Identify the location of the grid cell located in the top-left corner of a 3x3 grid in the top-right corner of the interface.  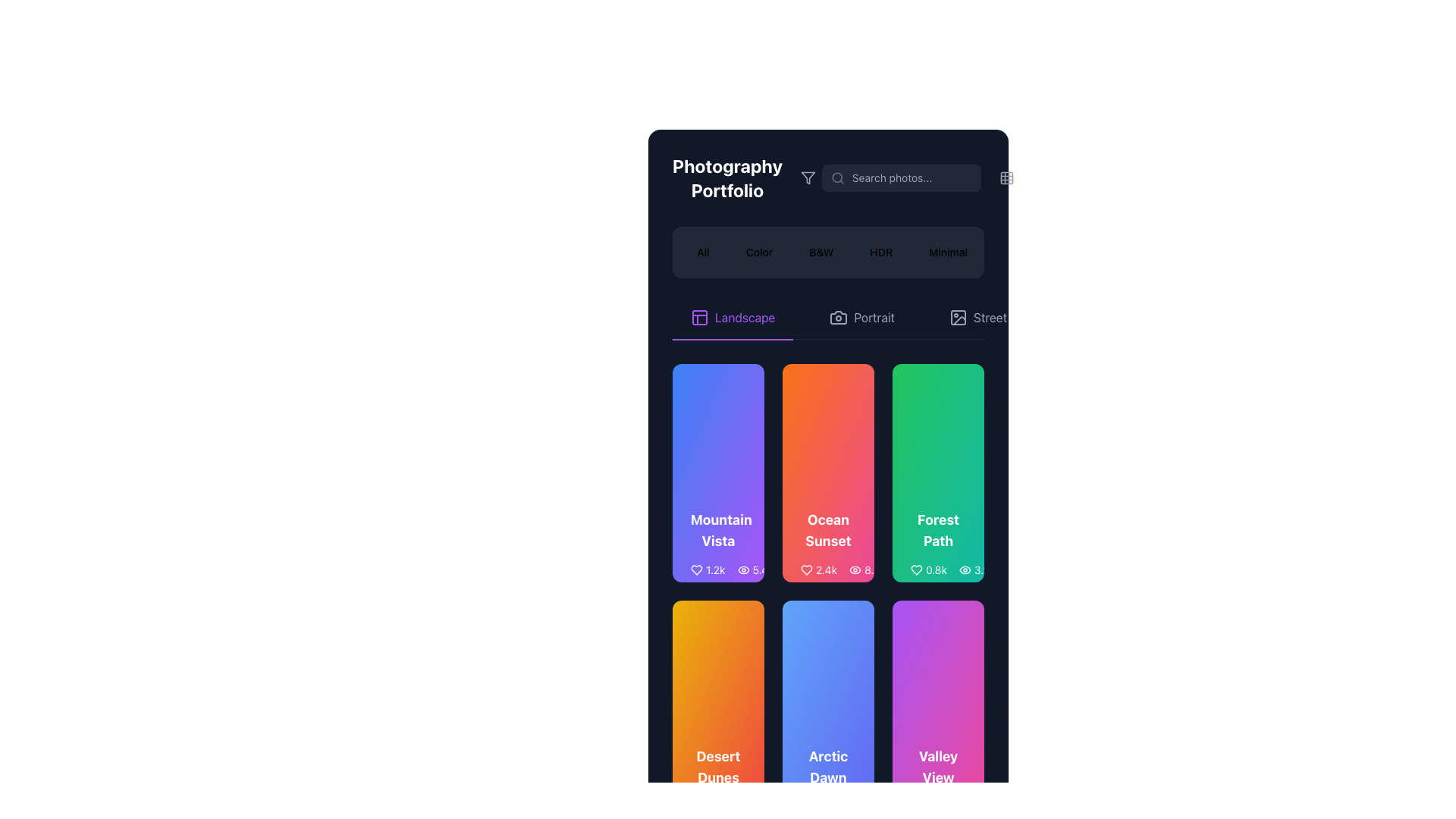
(1006, 177).